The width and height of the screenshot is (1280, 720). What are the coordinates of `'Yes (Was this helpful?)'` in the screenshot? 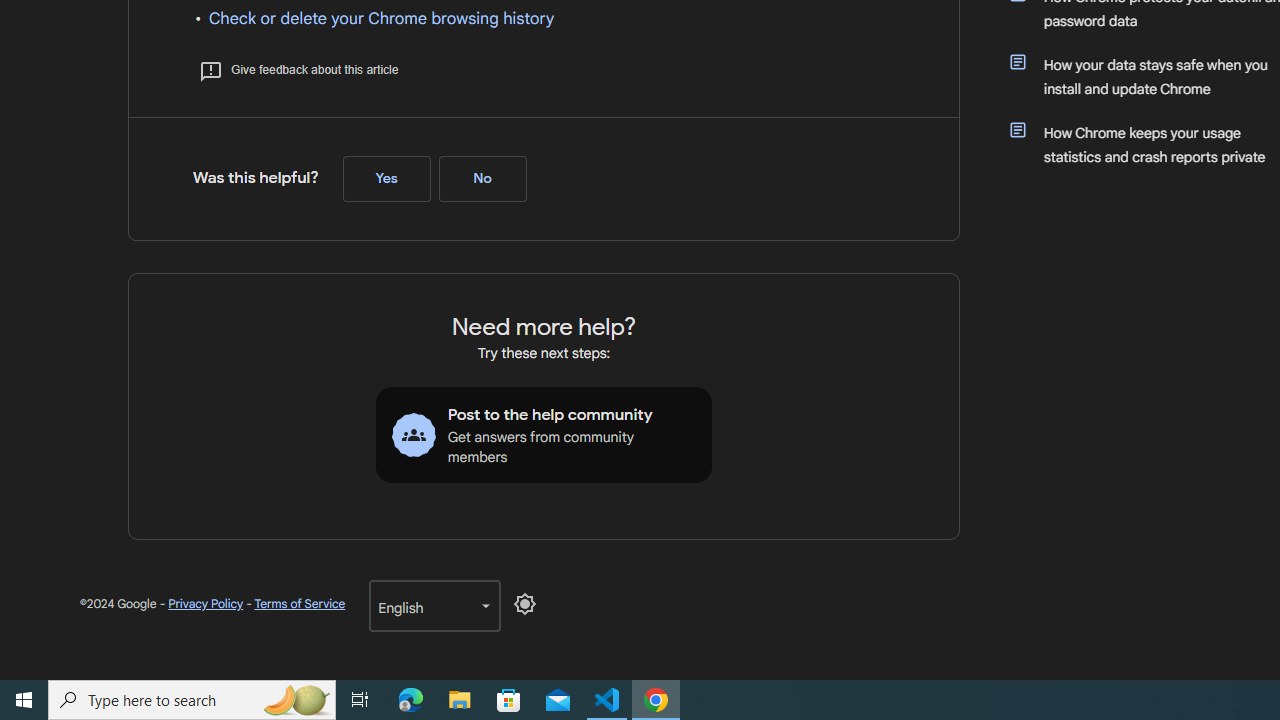 It's located at (386, 178).